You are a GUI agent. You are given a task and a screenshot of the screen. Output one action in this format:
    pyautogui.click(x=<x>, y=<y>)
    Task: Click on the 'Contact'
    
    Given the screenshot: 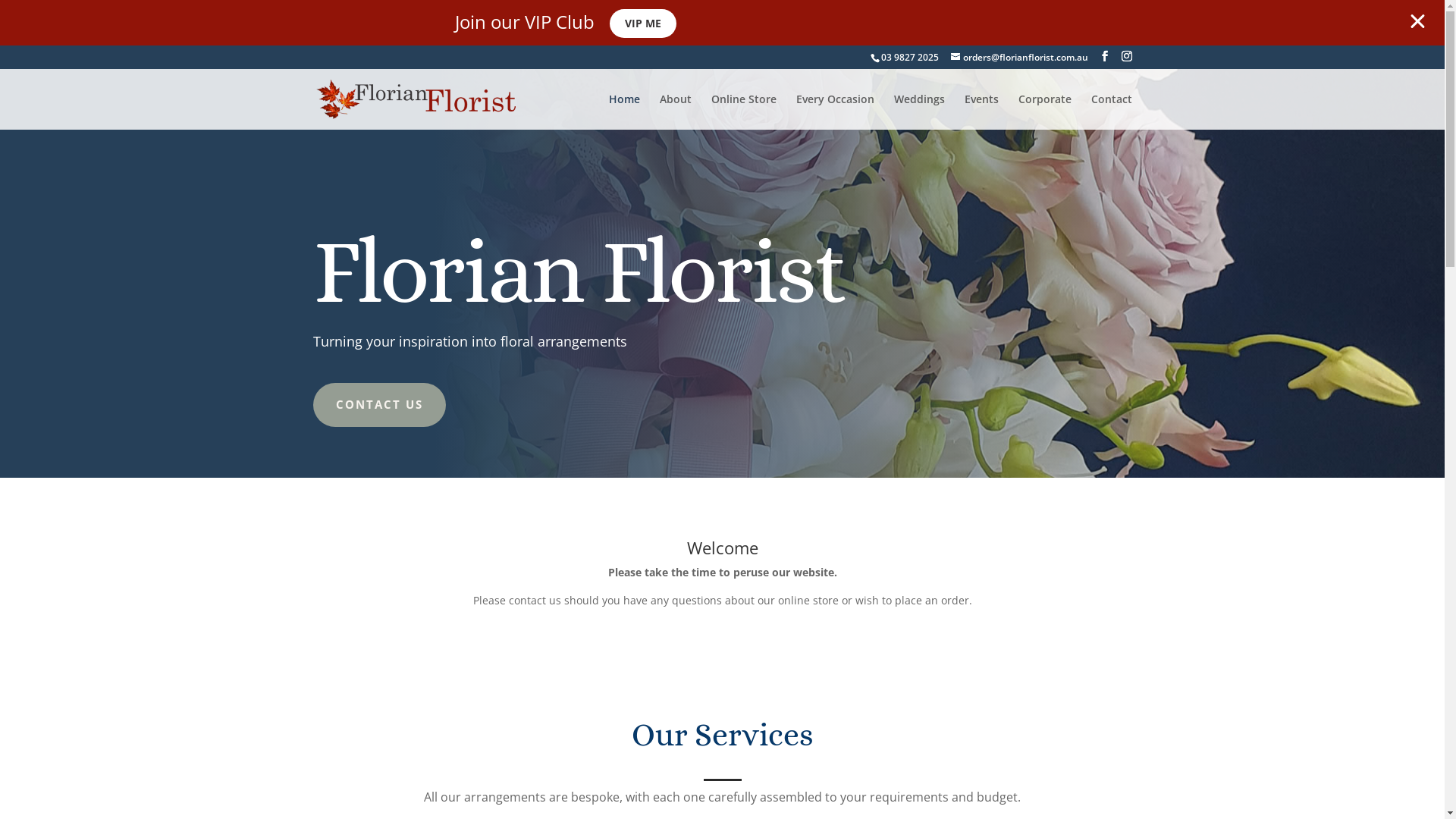 What is the action you would take?
    pyautogui.click(x=1110, y=111)
    